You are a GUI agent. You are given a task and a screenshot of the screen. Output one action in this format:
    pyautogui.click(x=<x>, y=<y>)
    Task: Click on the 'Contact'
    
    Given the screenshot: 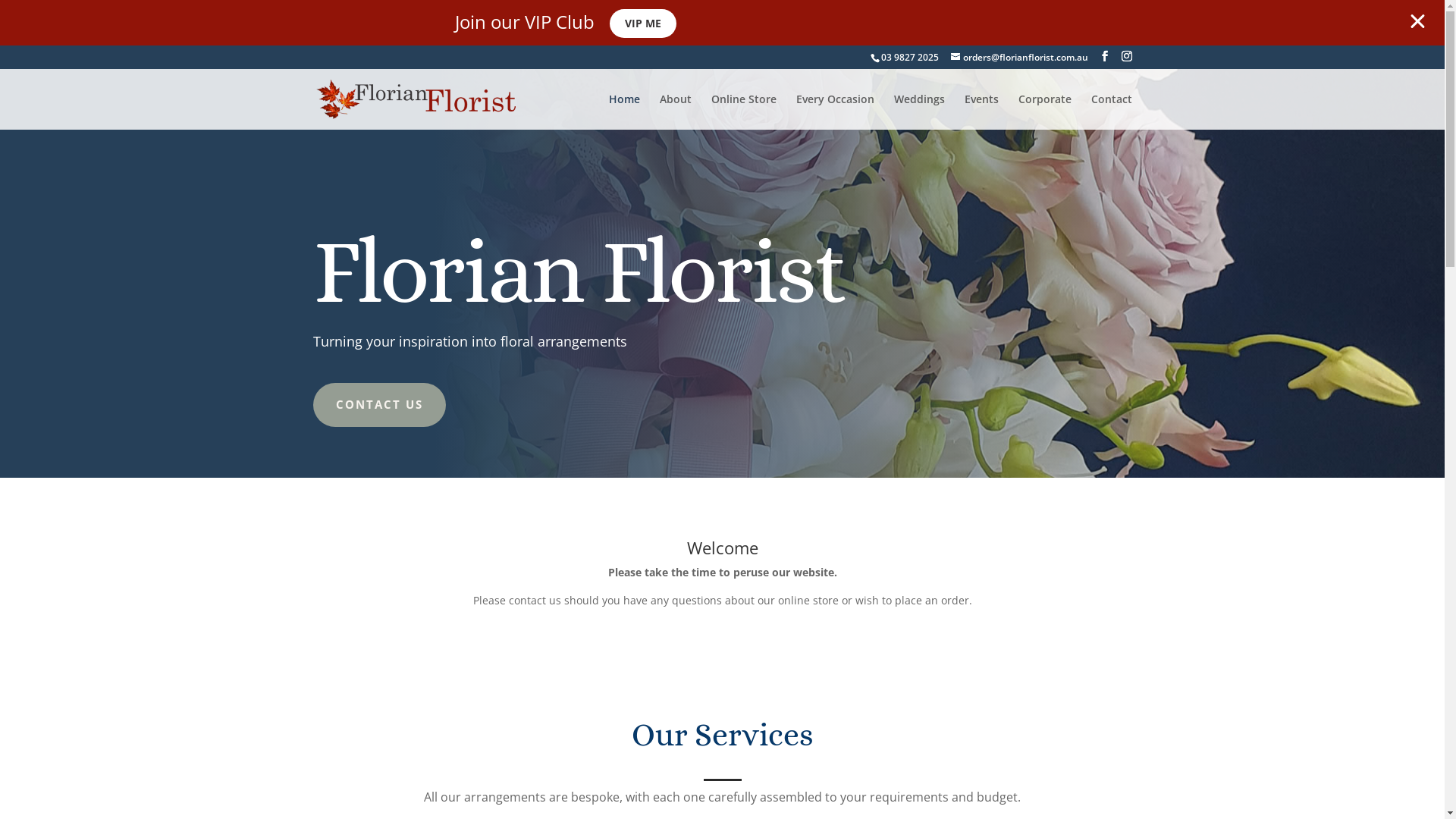 What is the action you would take?
    pyautogui.click(x=1110, y=111)
    